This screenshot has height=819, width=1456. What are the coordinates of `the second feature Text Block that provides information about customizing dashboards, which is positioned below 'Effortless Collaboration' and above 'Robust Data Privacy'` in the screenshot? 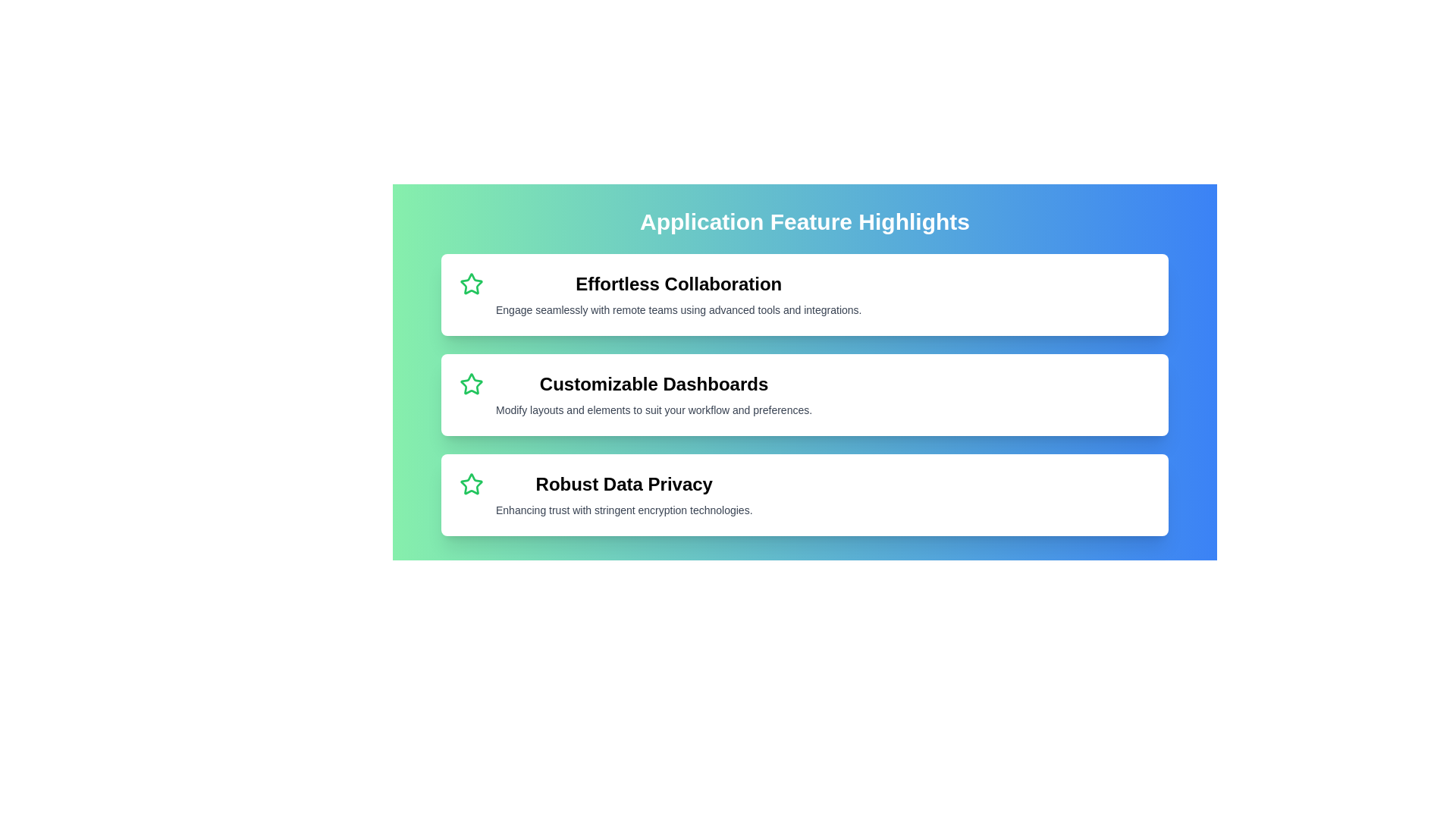 It's located at (654, 394).